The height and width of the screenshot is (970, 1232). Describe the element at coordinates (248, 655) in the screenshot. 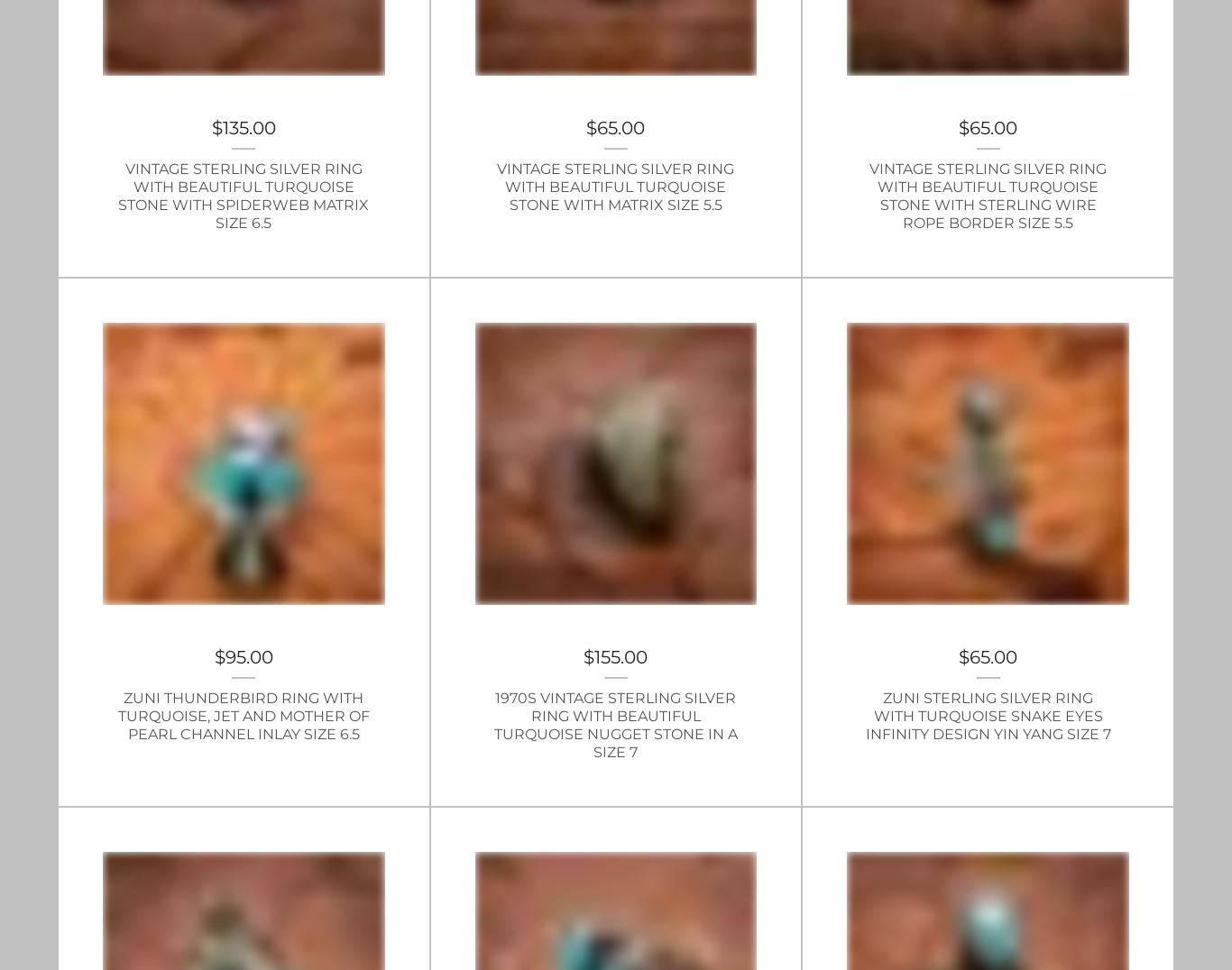

I see `'95.00'` at that location.